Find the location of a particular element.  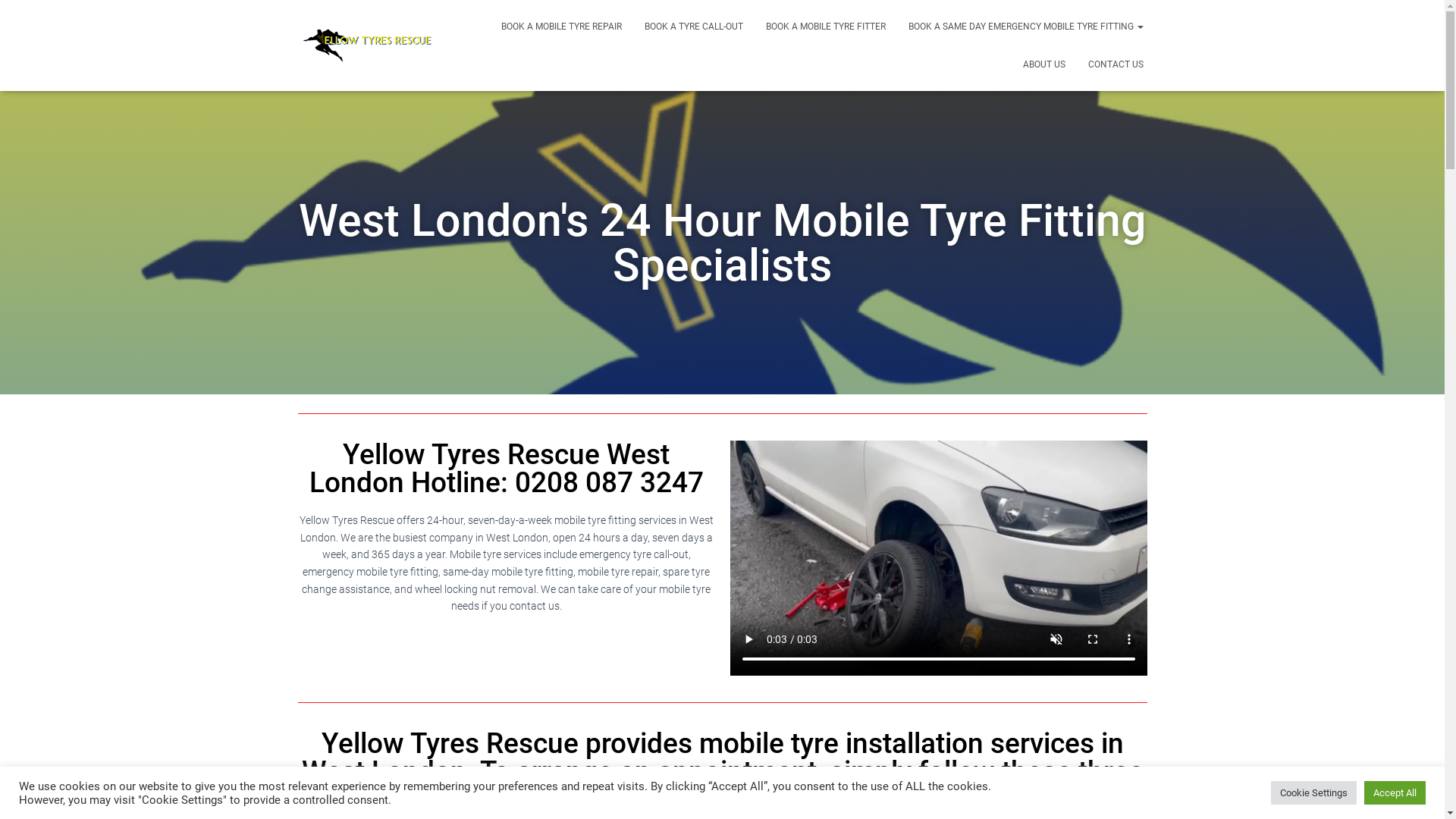

'BOOK A MOBILE TYRE FITTER' is located at coordinates (824, 26).